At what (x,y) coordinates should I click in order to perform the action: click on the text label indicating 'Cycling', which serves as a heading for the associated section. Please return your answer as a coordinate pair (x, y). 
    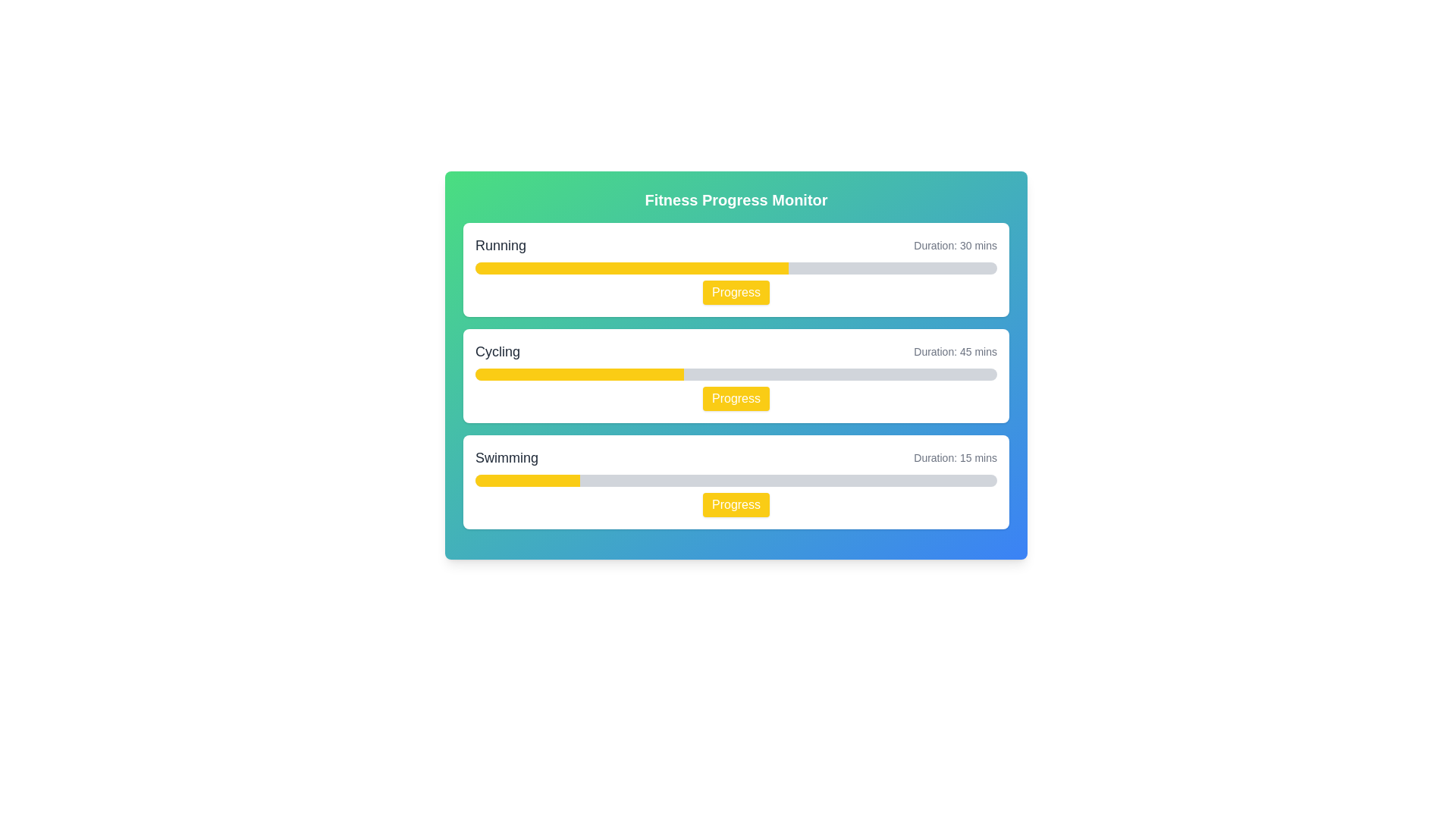
    Looking at the image, I should click on (497, 351).